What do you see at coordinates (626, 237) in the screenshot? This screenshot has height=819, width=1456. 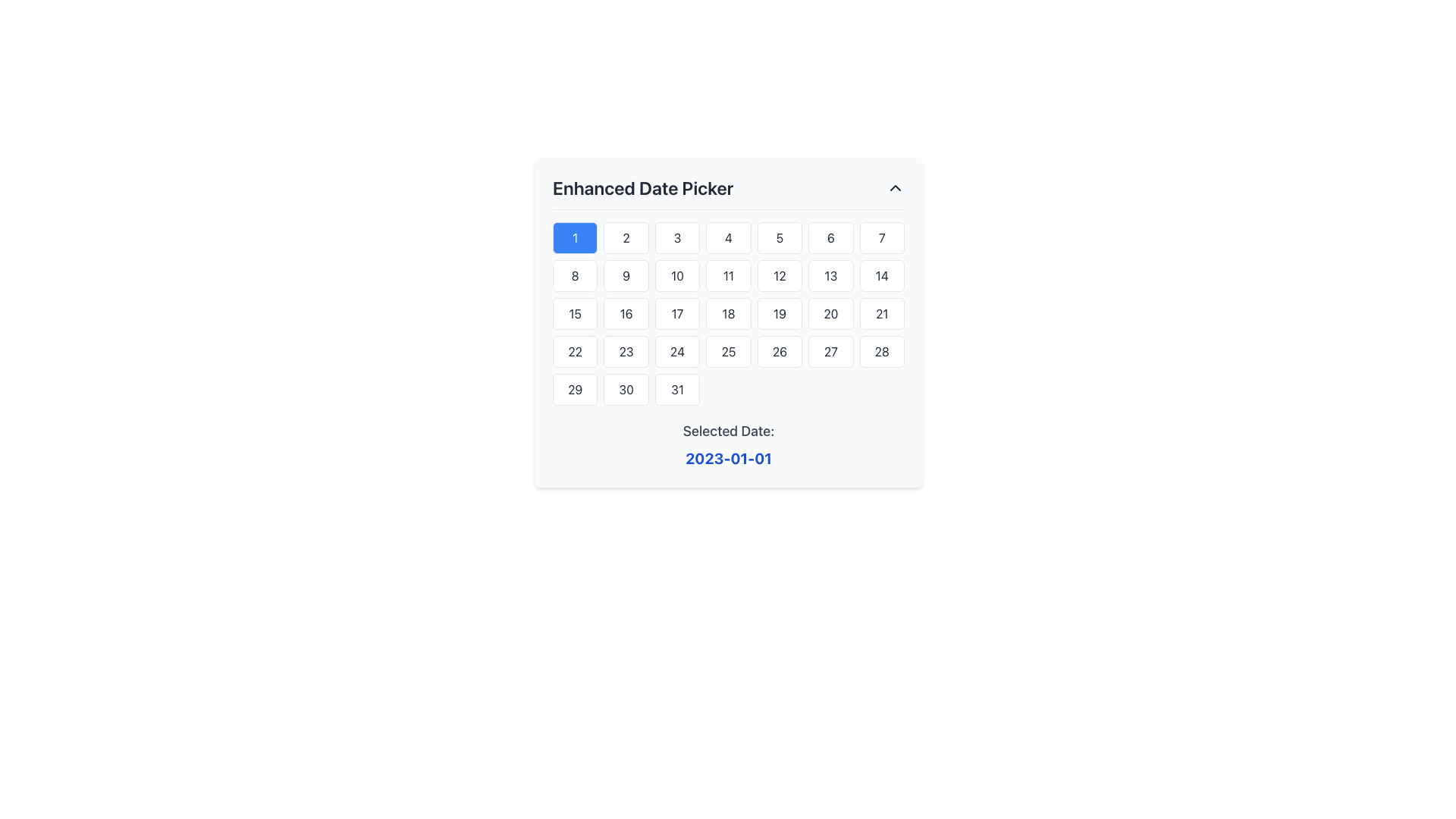 I see `the button displaying the number '2' in a grid layout below the heading 'Enhanced Date Picker'` at bounding box center [626, 237].